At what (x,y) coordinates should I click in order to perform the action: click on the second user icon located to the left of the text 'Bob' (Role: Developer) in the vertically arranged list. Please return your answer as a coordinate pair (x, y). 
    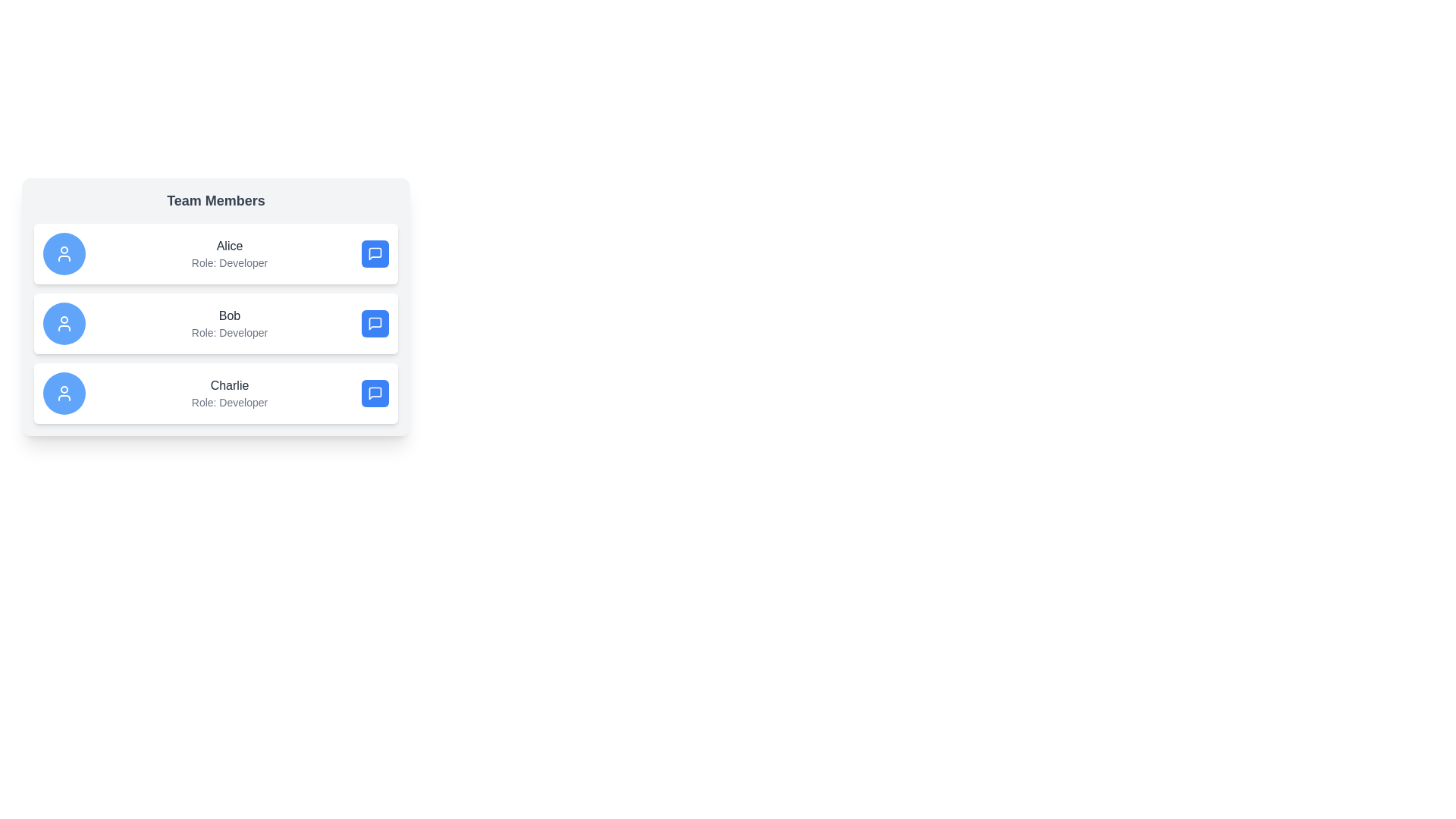
    Looking at the image, I should click on (64, 323).